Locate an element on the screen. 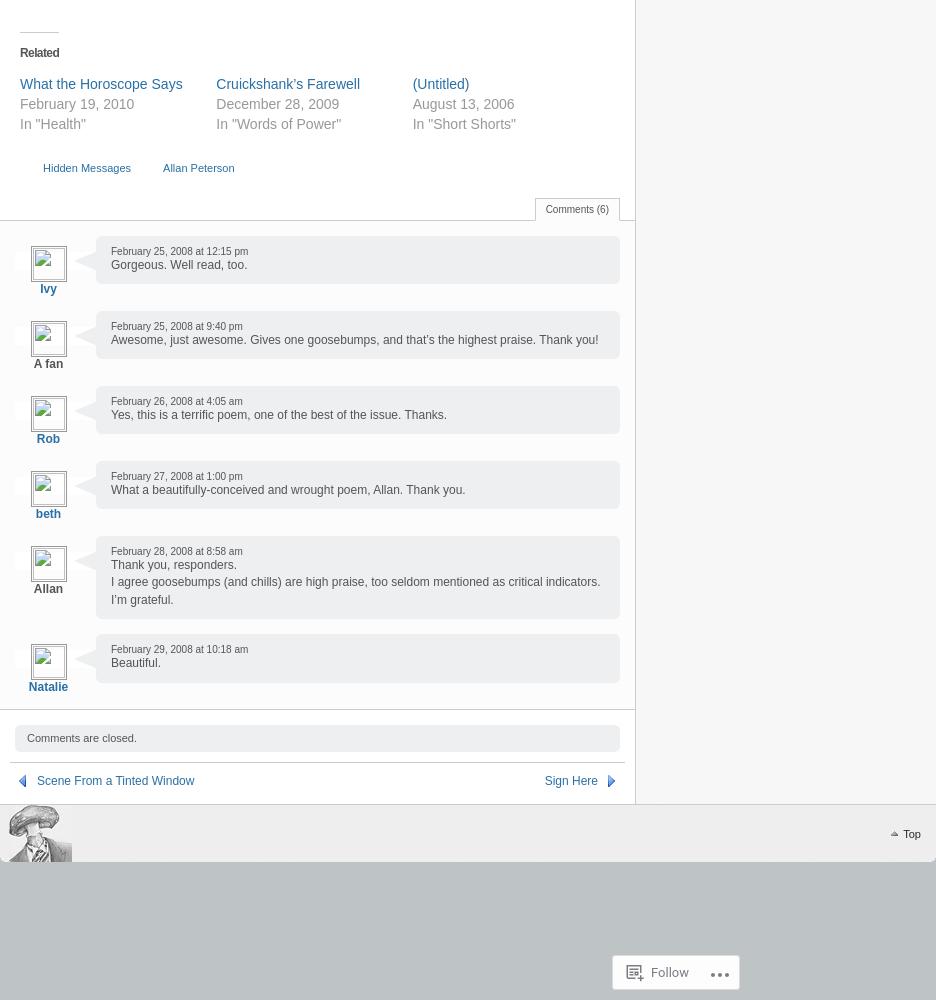 This screenshot has width=936, height=1000. 'February 25, 2008 at 9:40 pm' is located at coordinates (175, 324).